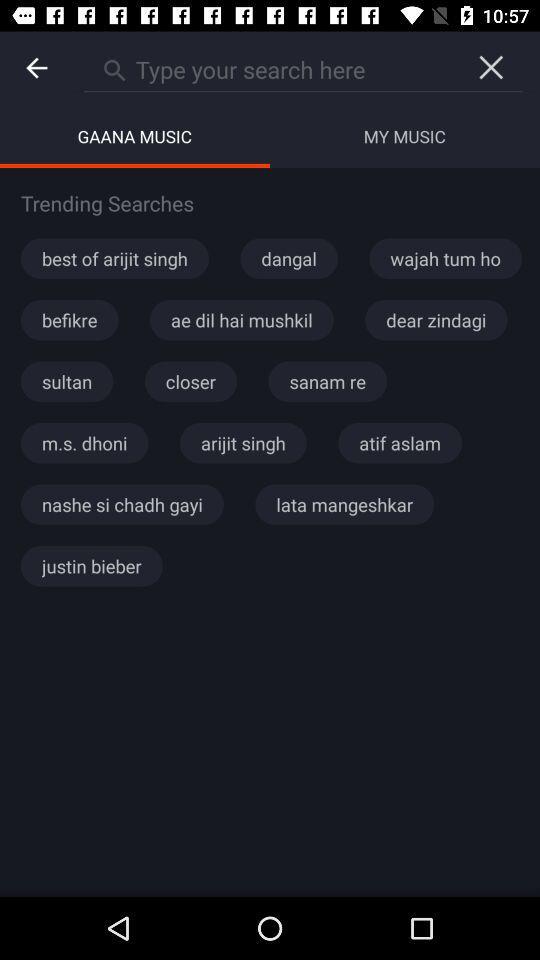 Image resolution: width=540 pixels, height=960 pixels. What do you see at coordinates (83, 443) in the screenshot?
I see `the item to the left of the arijit singh item` at bounding box center [83, 443].